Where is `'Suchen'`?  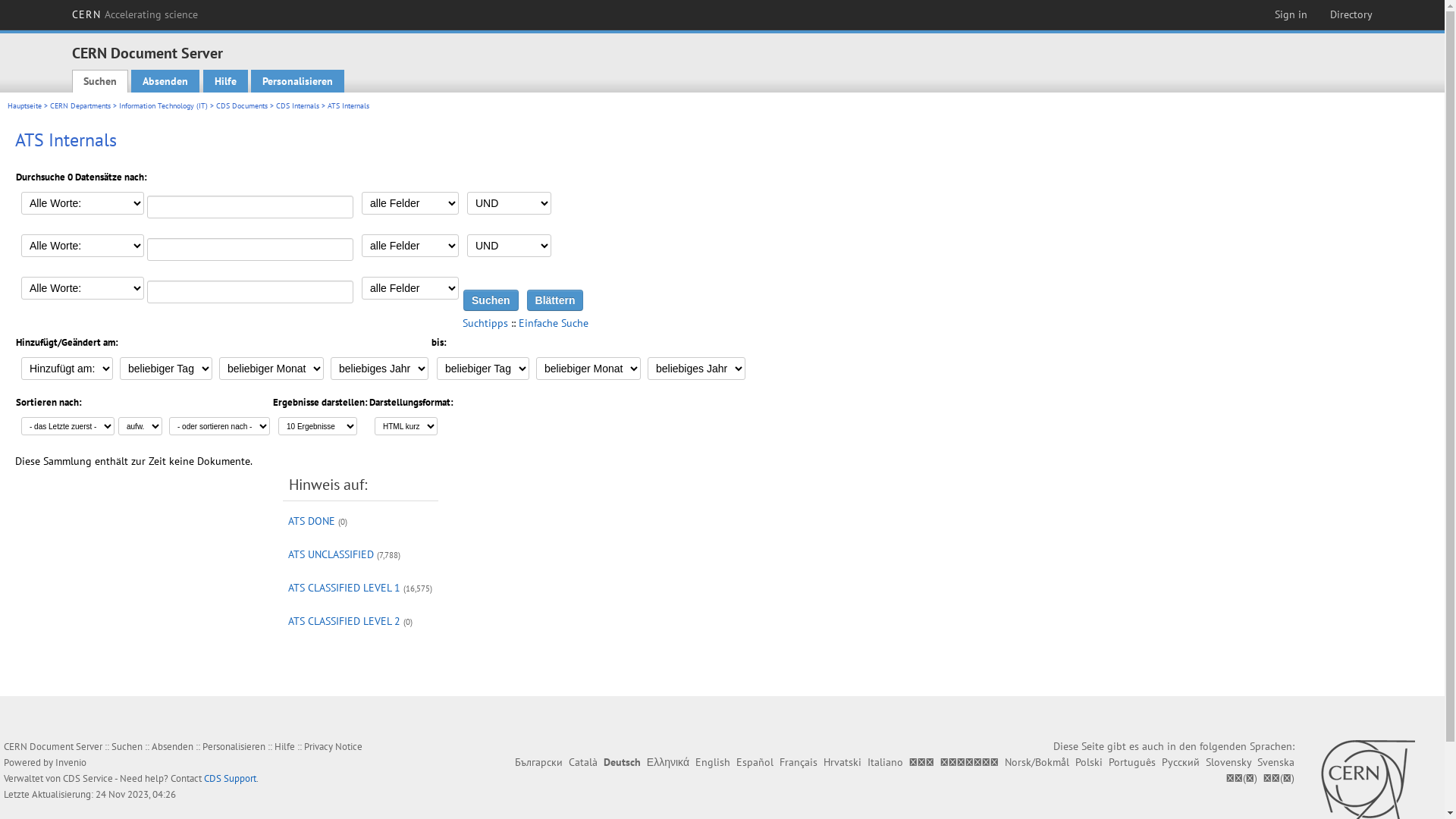 'Suchen' is located at coordinates (99, 81).